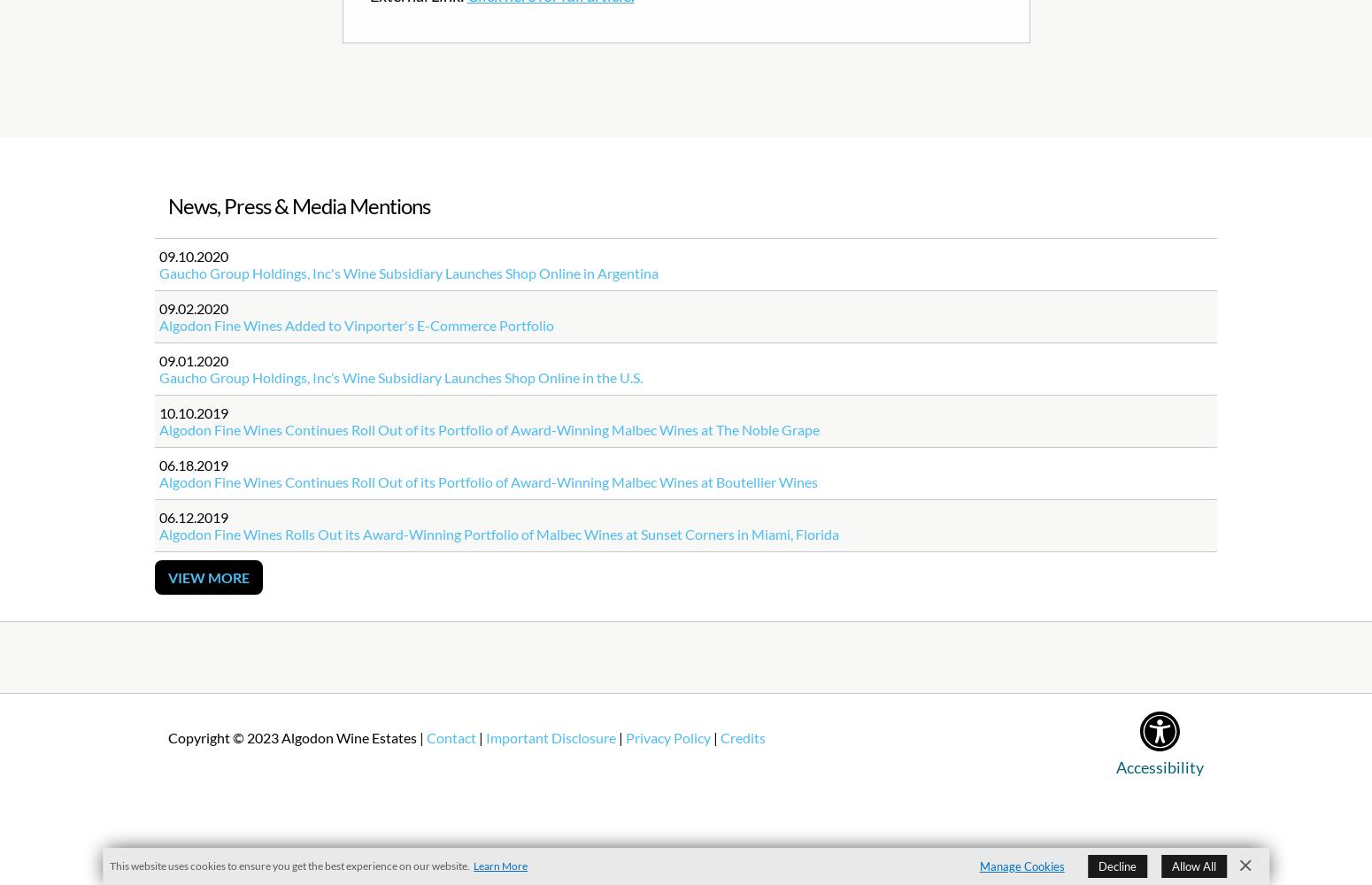 The image size is (1372, 885). Describe the element at coordinates (158, 307) in the screenshot. I see `'09.02.2020'` at that location.